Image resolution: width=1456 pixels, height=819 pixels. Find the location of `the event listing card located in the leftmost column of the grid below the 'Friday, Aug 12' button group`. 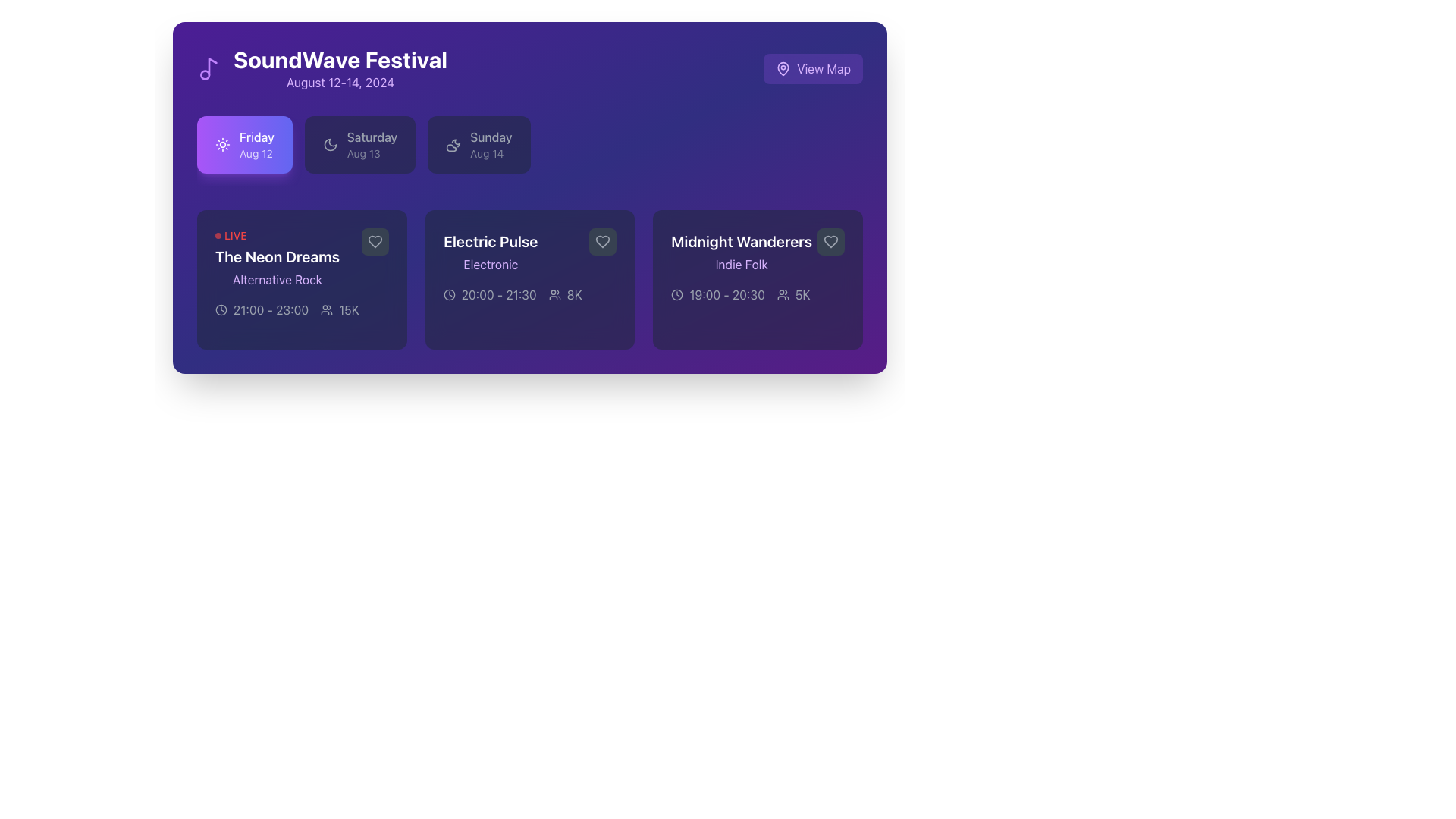

the event listing card located in the leftmost column of the grid below the 'Friday, Aug 12' button group is located at coordinates (302, 280).